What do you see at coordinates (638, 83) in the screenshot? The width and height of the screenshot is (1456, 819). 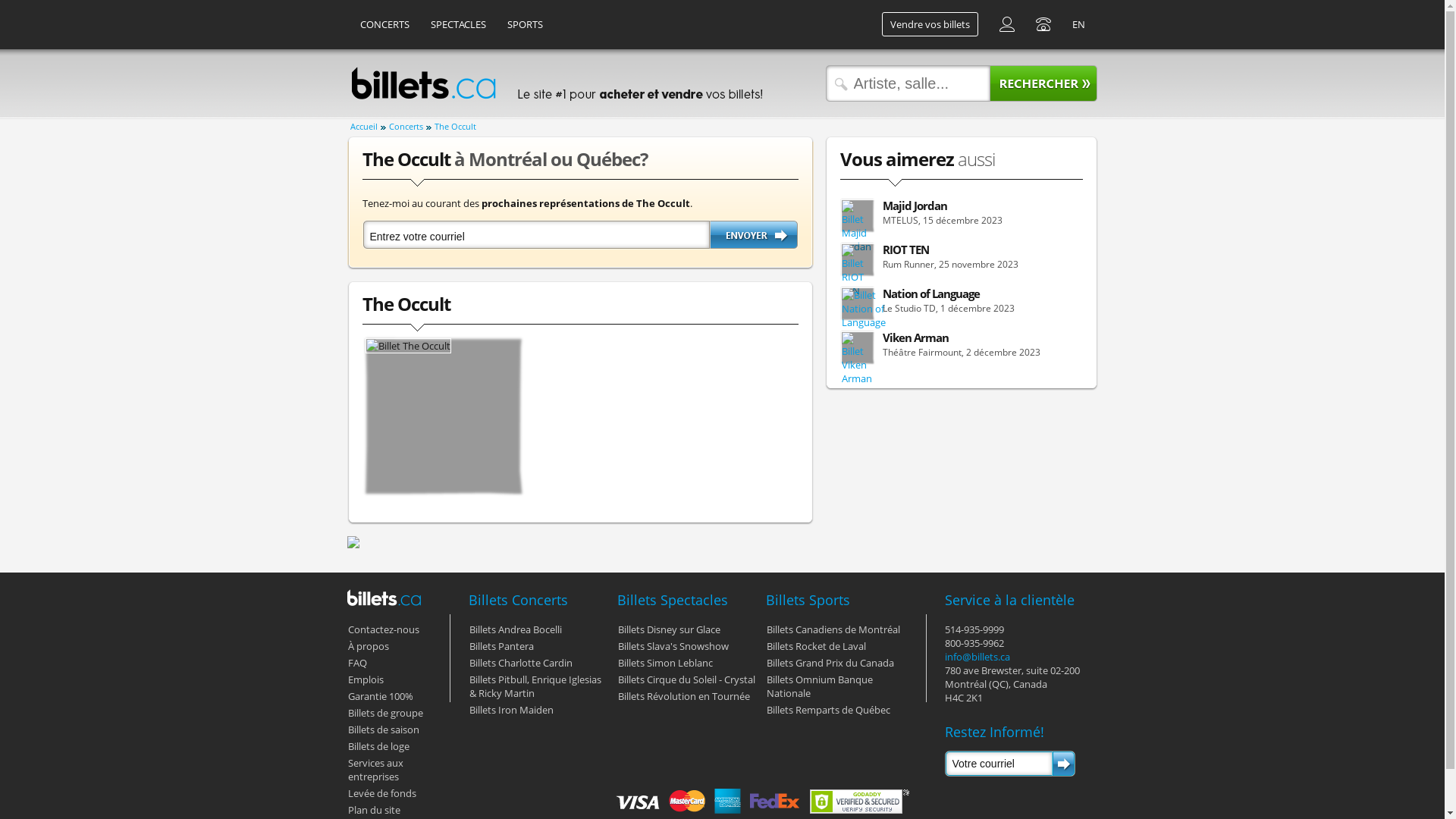 I see `'Le site #1 pour acheter et vendre vos billets!'` at bounding box center [638, 83].